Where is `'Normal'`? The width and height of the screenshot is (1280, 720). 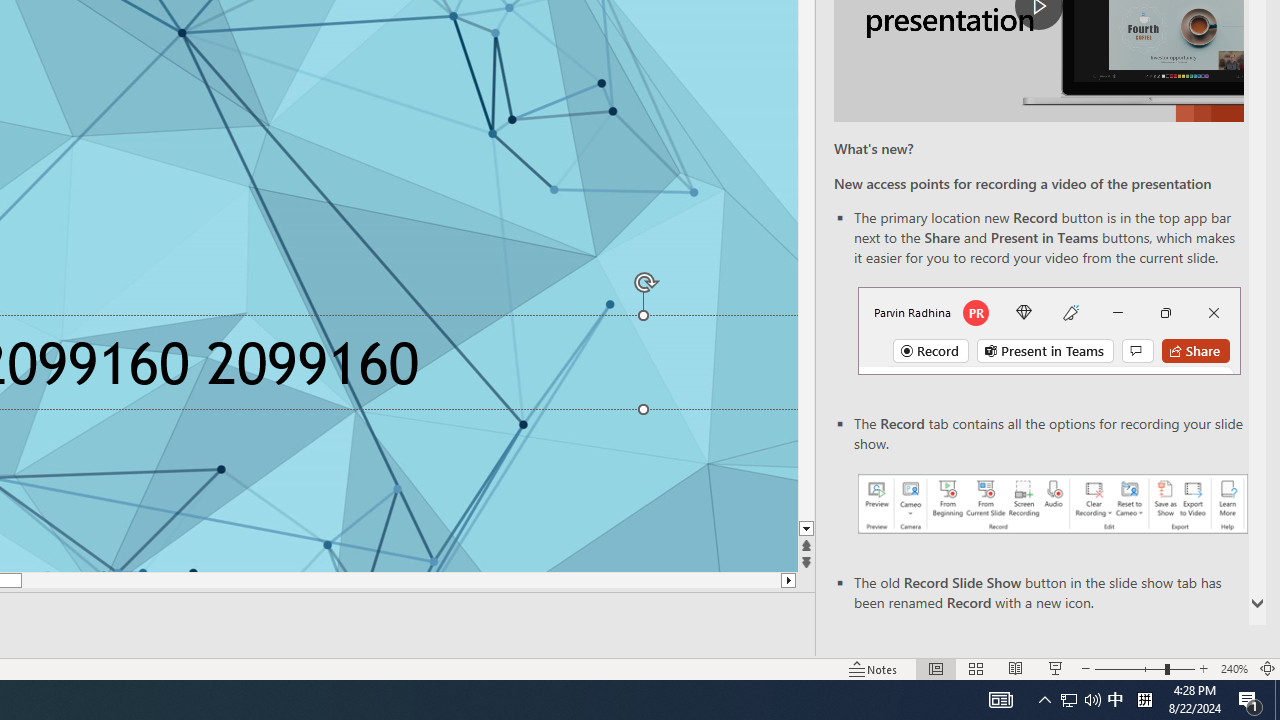 'Normal' is located at coordinates (935, 669).